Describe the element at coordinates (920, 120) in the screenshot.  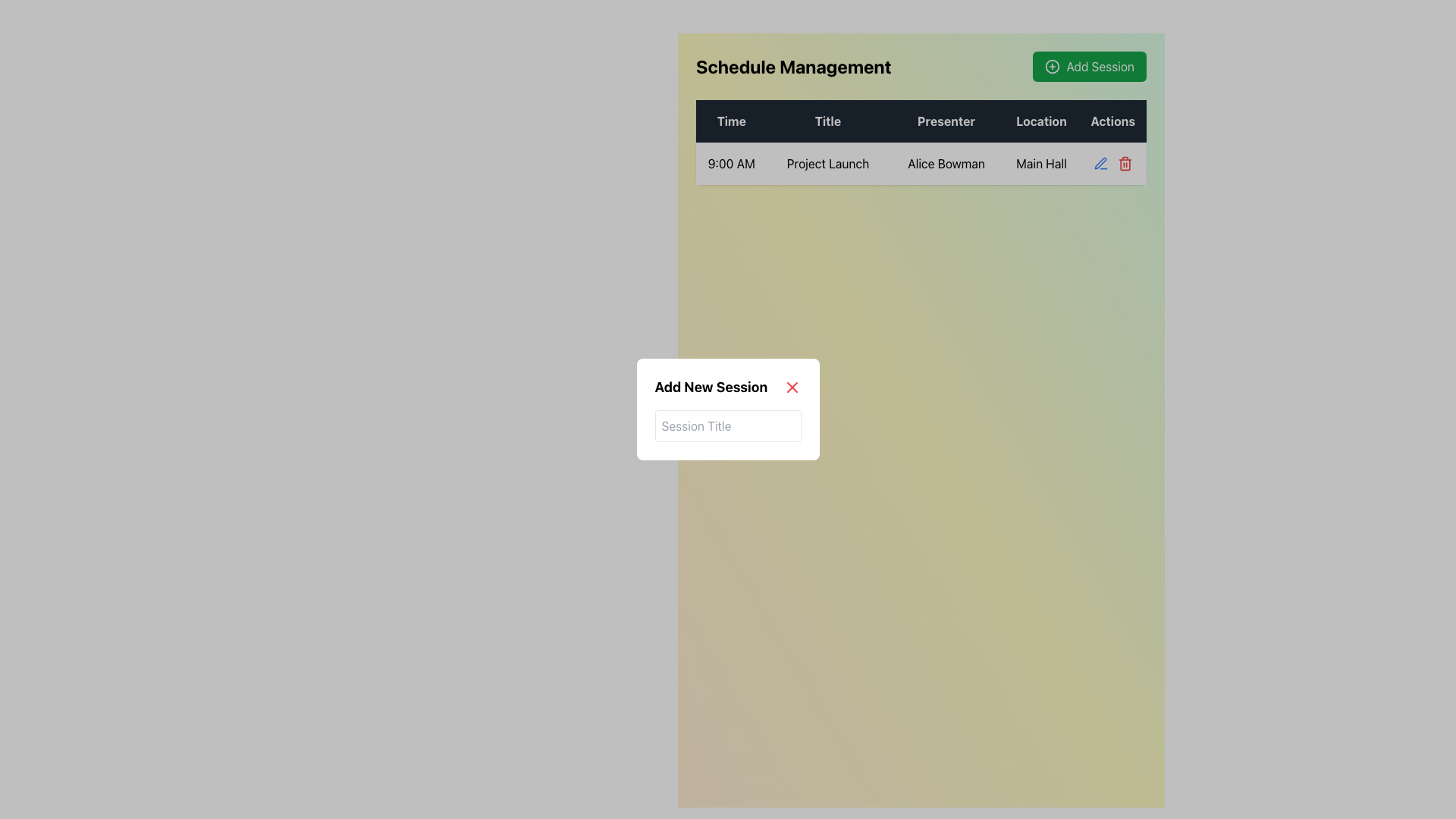
I see `the header label for the 'Presenter' column in the schedule management table, which is the third entry from the left` at that location.